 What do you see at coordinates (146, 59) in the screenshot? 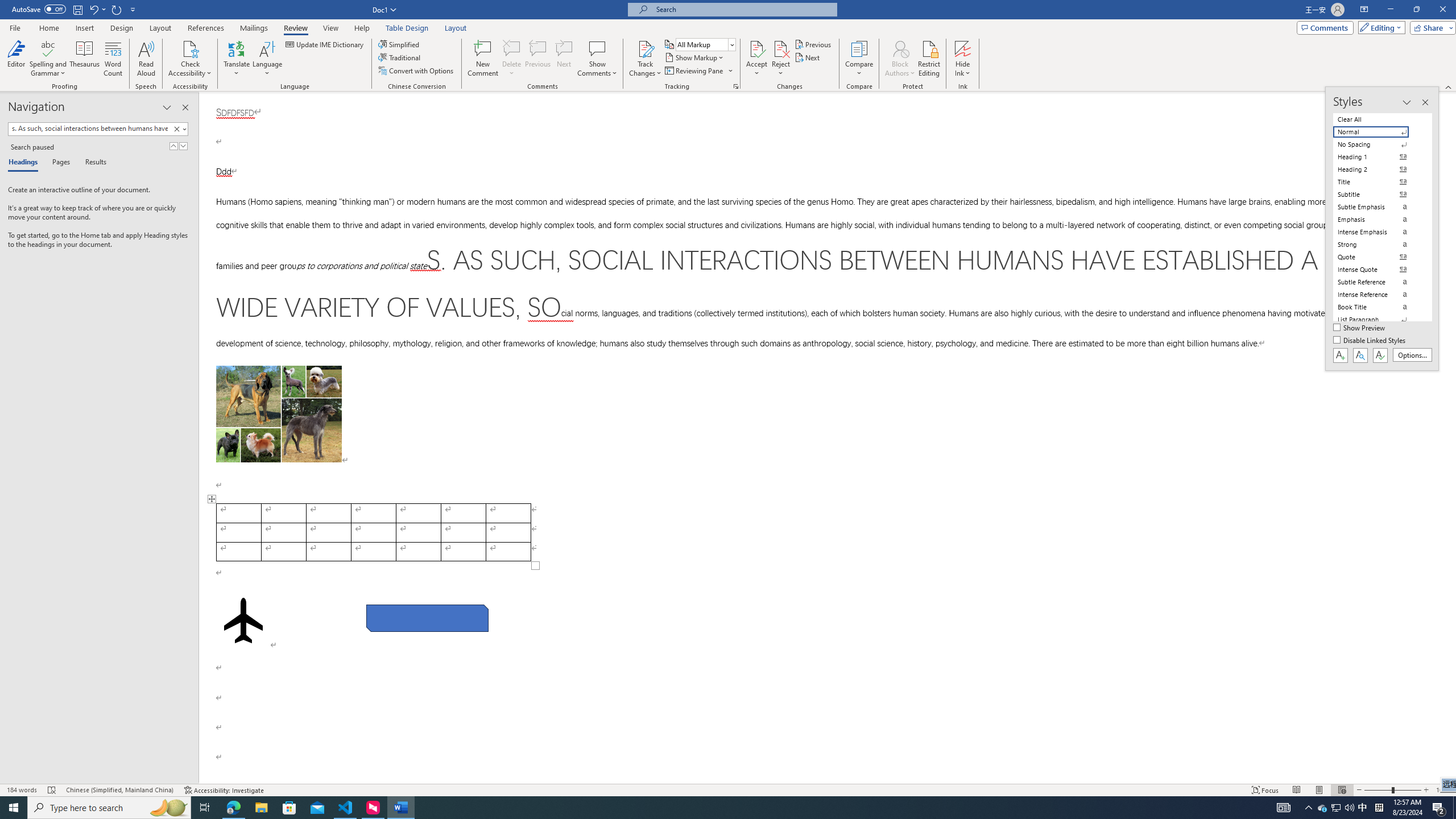
I see `'Read Aloud'` at bounding box center [146, 59].